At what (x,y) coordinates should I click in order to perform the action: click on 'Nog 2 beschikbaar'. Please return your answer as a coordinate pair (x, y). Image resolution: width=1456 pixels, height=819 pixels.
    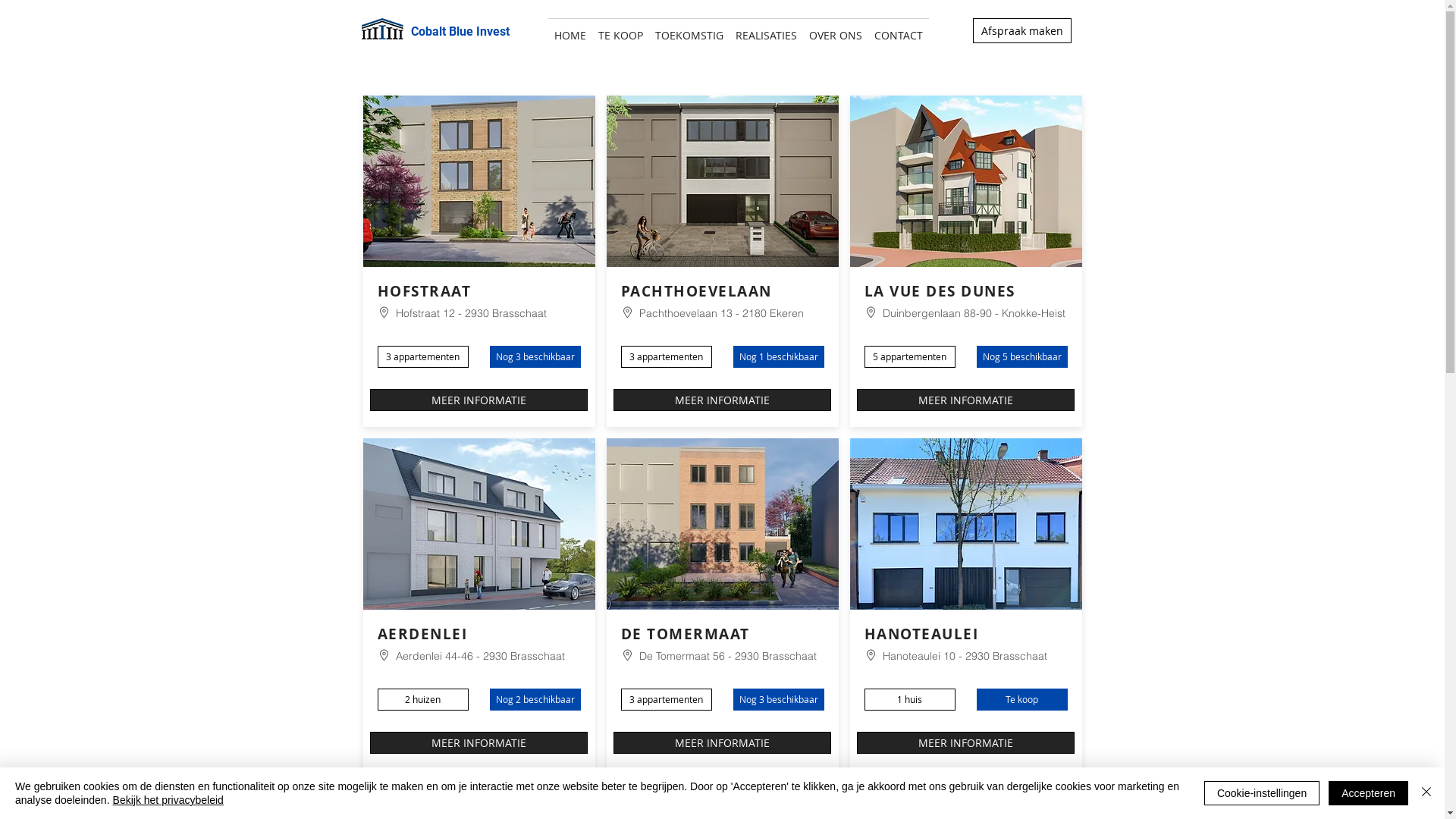
    Looking at the image, I should click on (535, 699).